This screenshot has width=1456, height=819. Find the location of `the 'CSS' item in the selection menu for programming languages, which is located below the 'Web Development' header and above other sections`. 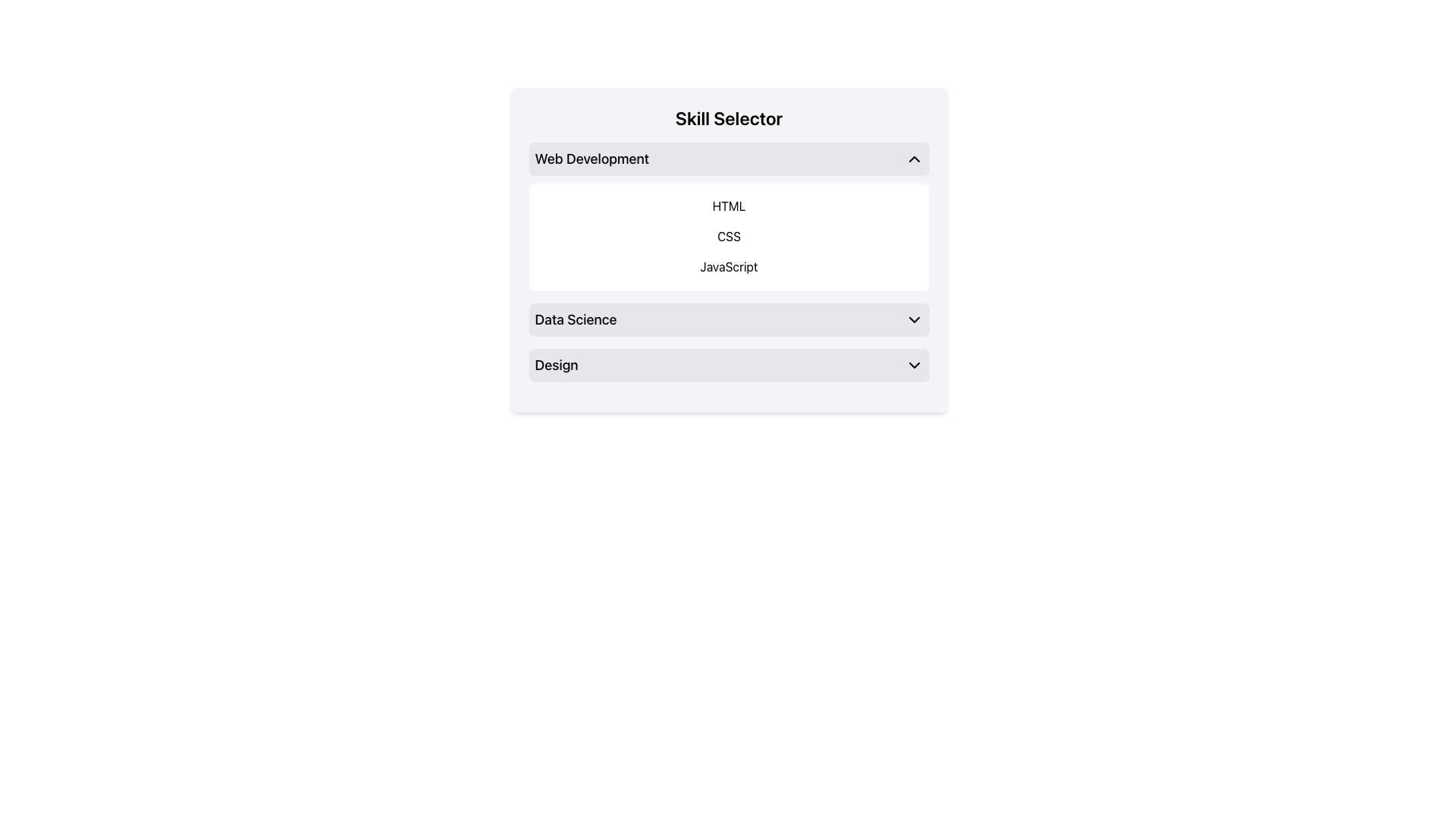

the 'CSS' item in the selection menu for programming languages, which is located below the 'Web Development' header and above other sections is located at coordinates (729, 237).